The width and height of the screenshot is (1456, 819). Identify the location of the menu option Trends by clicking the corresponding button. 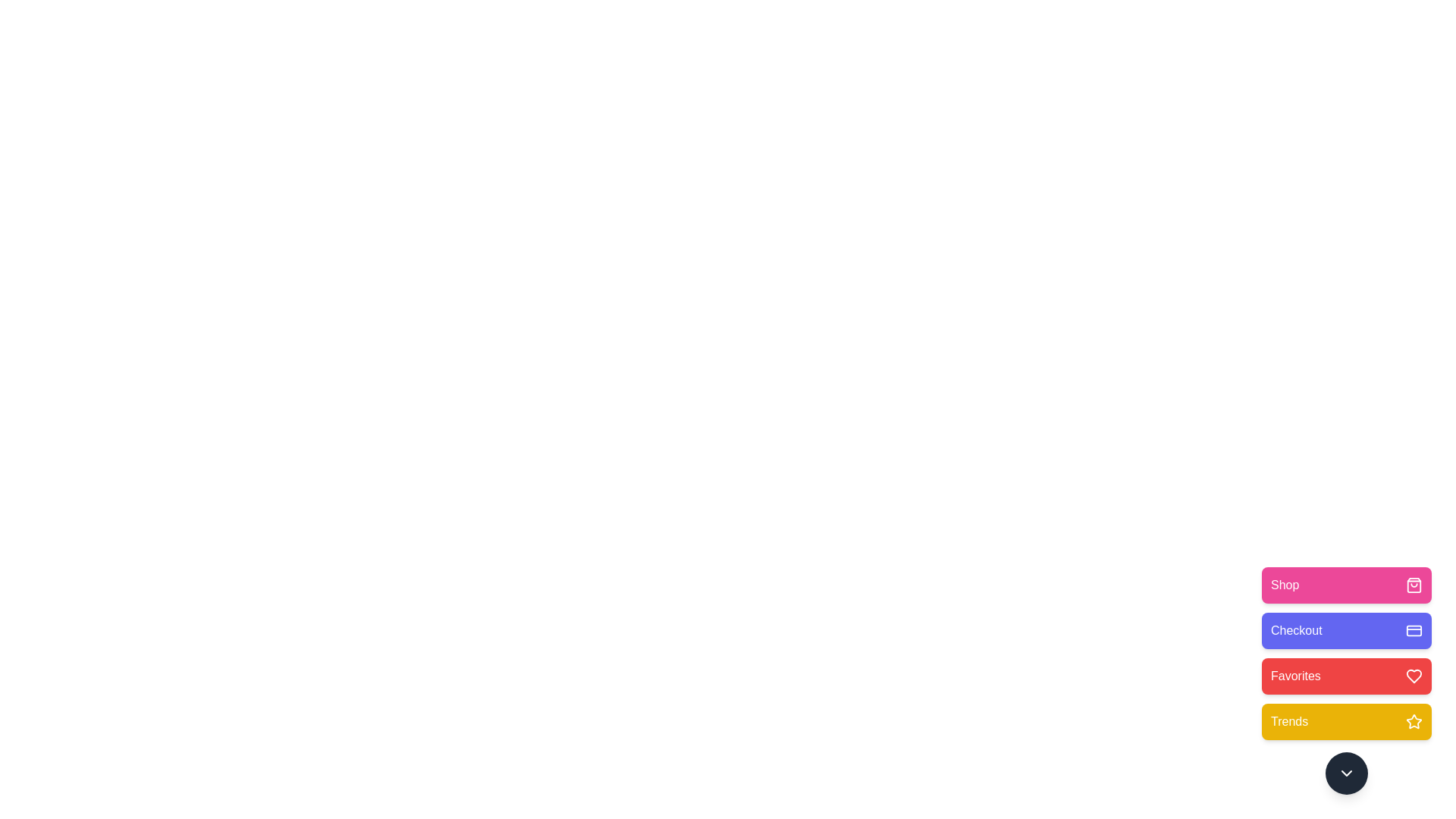
(1347, 721).